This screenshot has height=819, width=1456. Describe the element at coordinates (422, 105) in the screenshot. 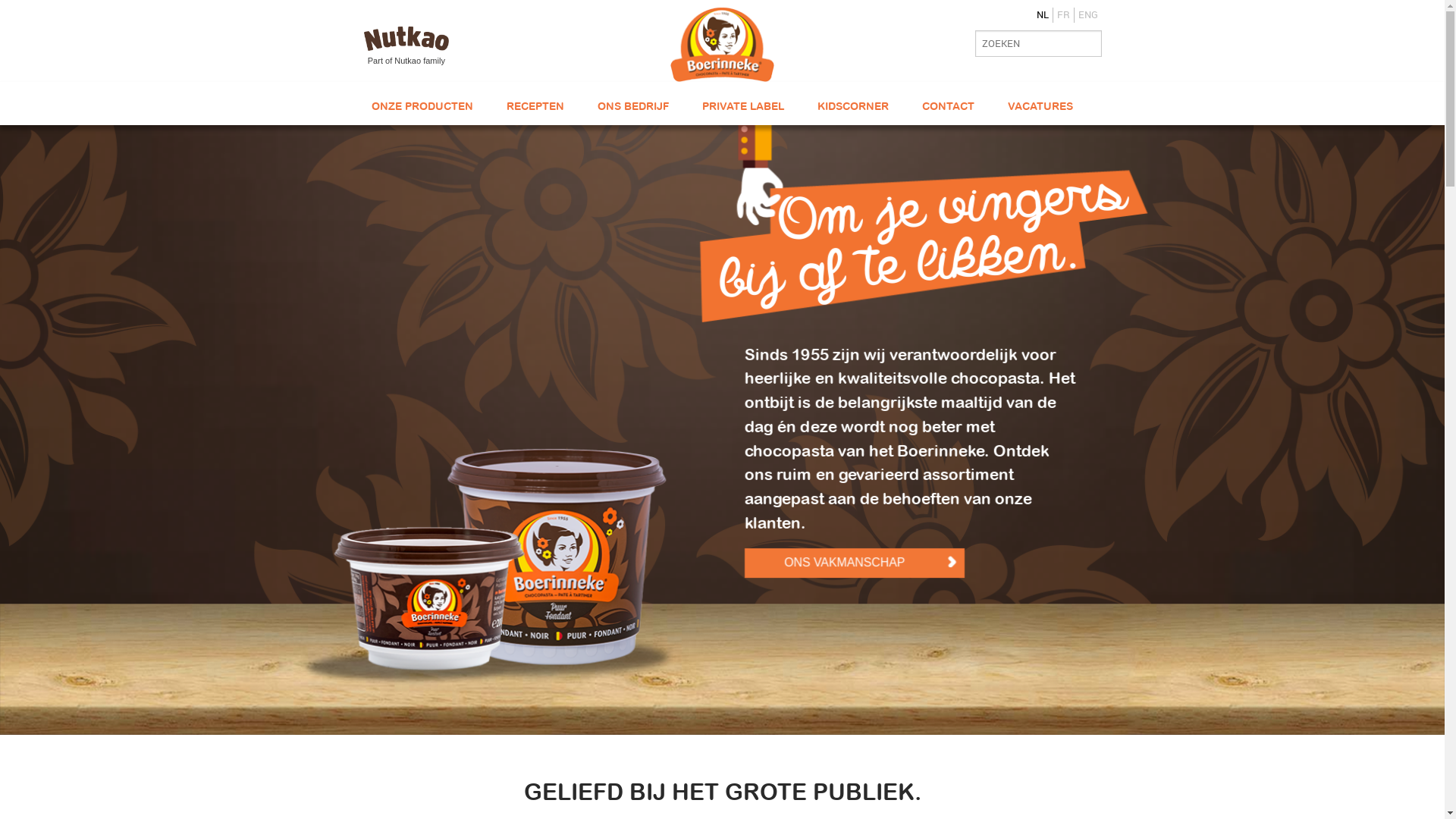

I see `'ONZE PRODUCTEN'` at that location.